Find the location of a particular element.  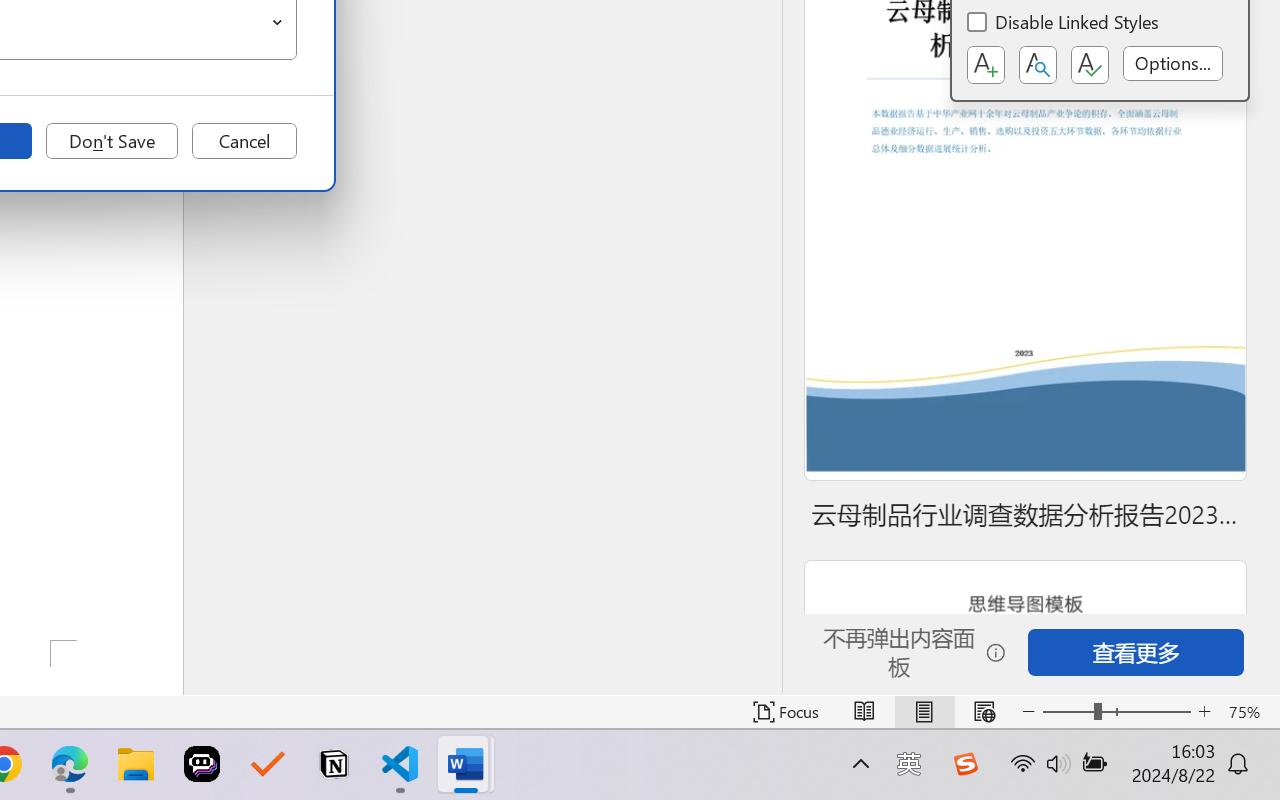

'Class: Image' is located at coordinates (965, 764).